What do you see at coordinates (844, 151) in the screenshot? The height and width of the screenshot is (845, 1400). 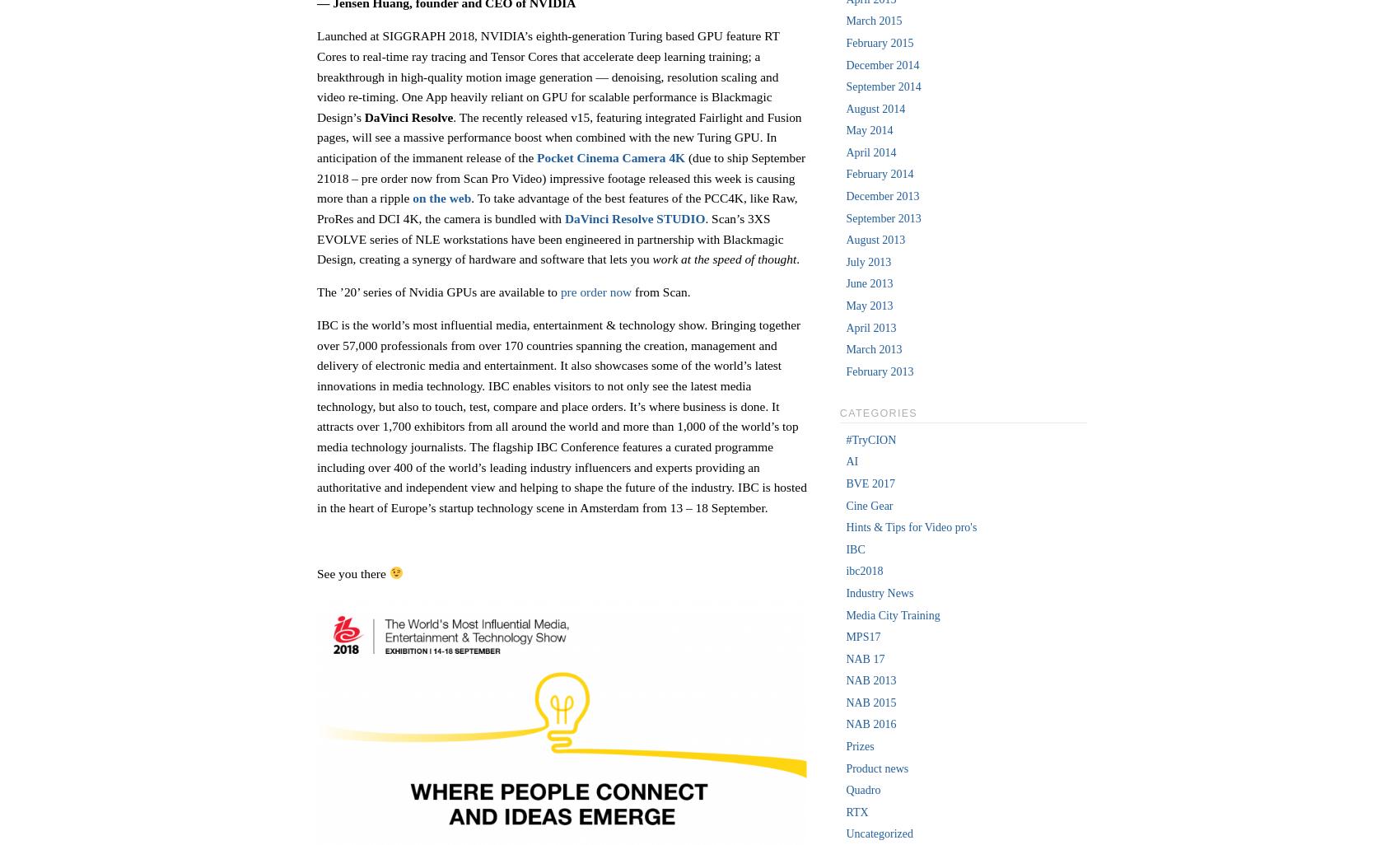 I see `'April 2014'` at bounding box center [844, 151].